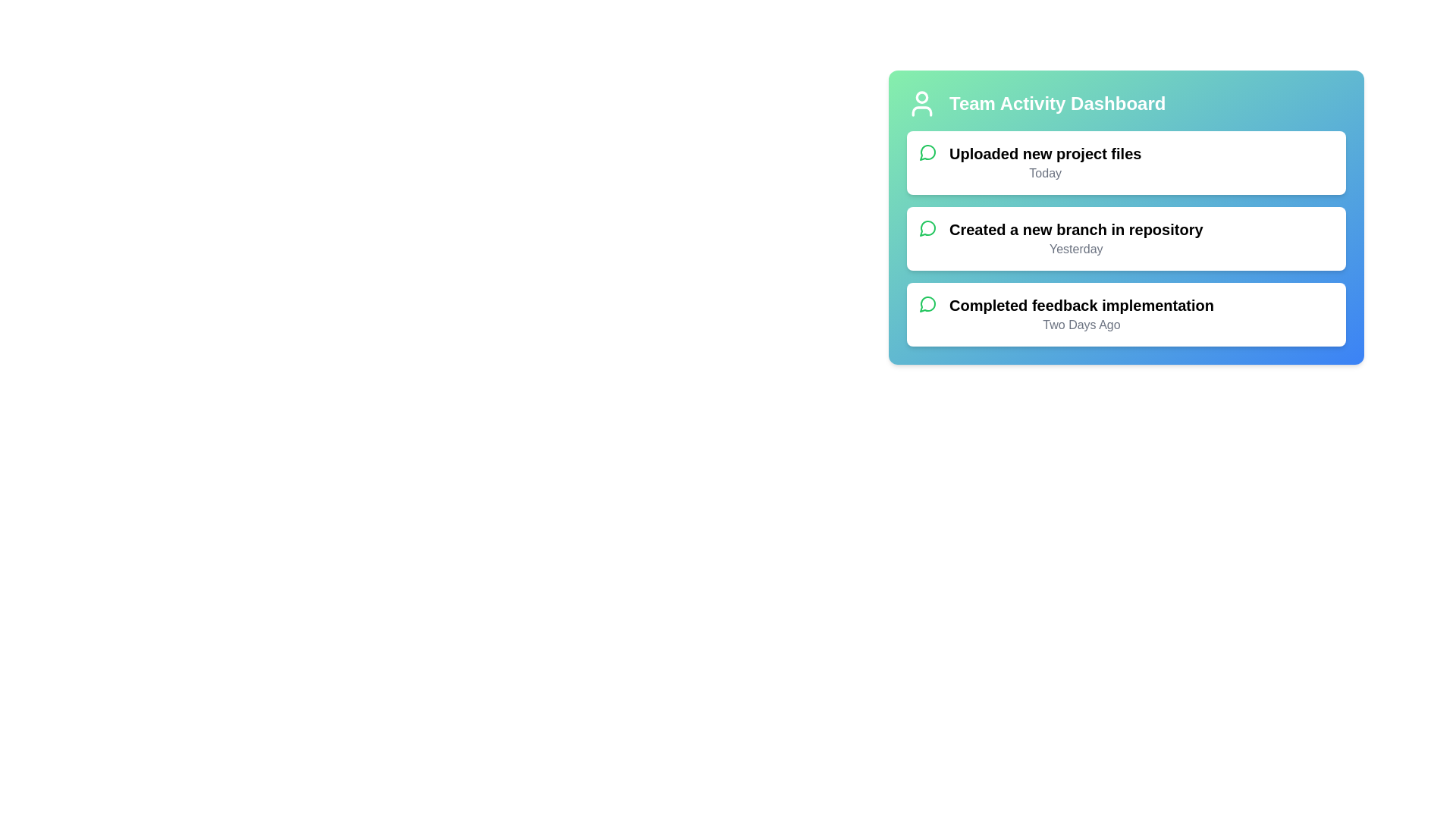  What do you see at coordinates (1126, 239) in the screenshot?
I see `the activity card labeled 'Created a new branch in repository' to observe hover effects` at bounding box center [1126, 239].